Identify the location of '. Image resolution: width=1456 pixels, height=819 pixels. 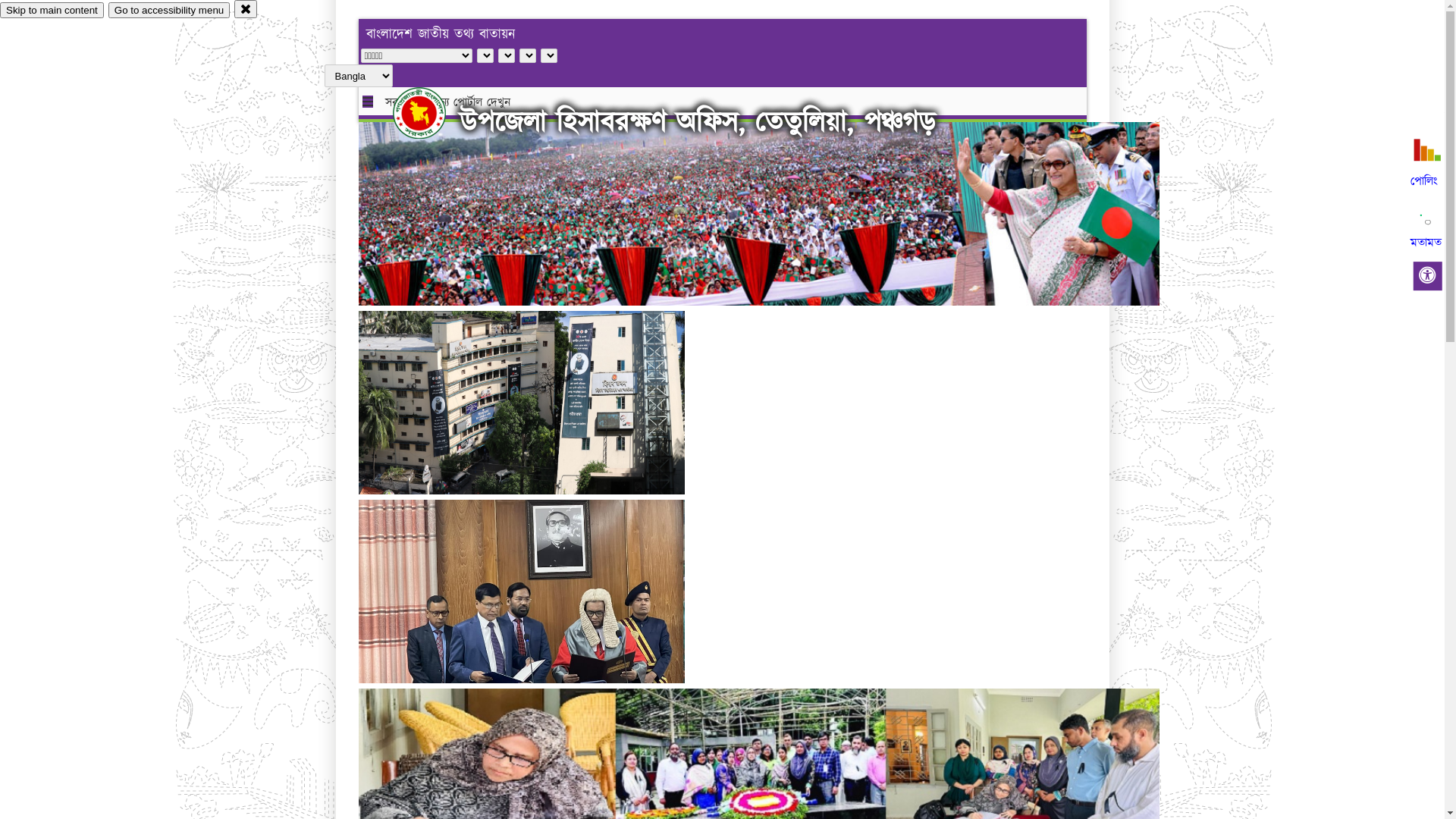
(431, 112).